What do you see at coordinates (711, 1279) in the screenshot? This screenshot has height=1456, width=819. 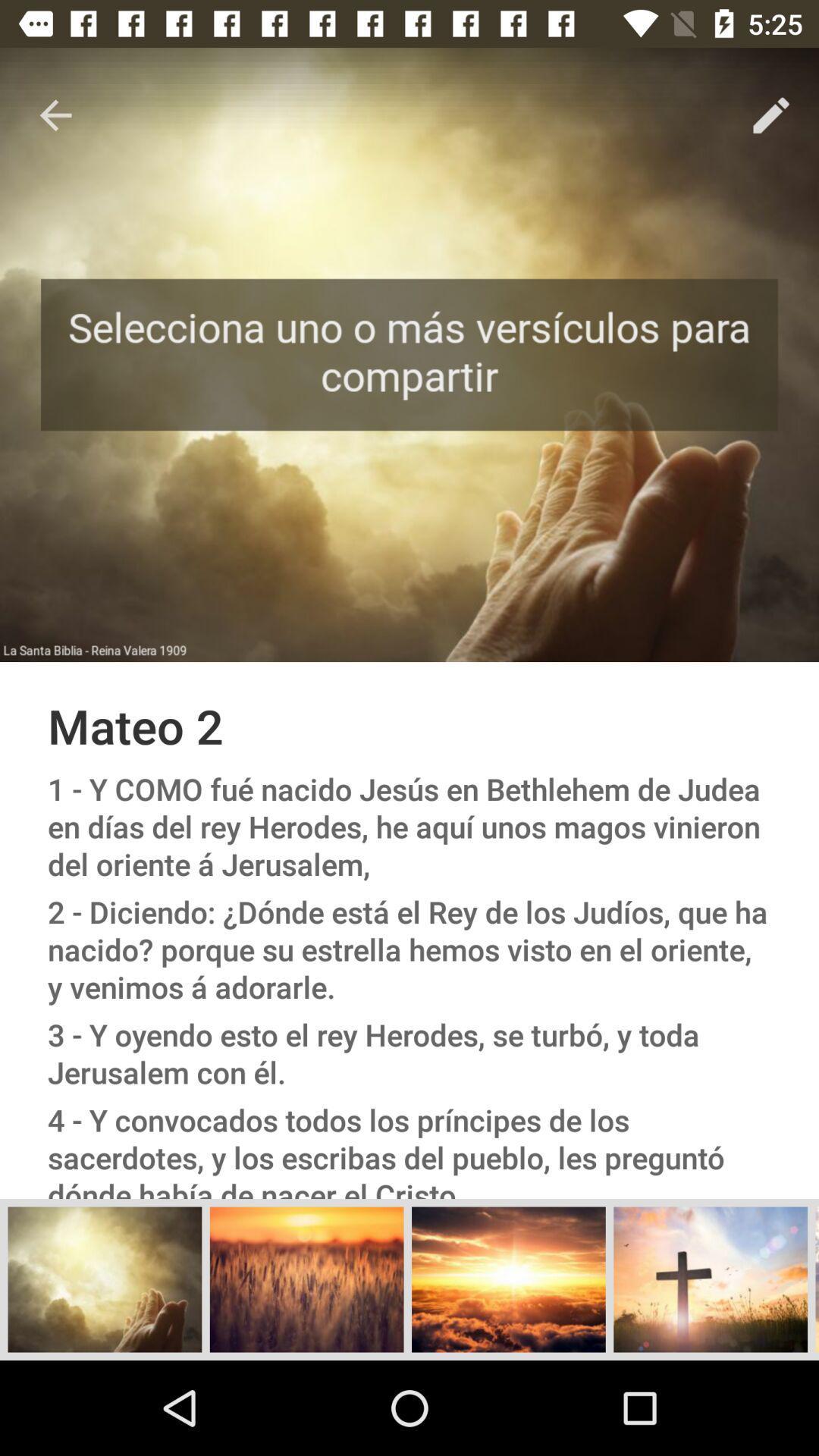 I see `the add icon` at bounding box center [711, 1279].